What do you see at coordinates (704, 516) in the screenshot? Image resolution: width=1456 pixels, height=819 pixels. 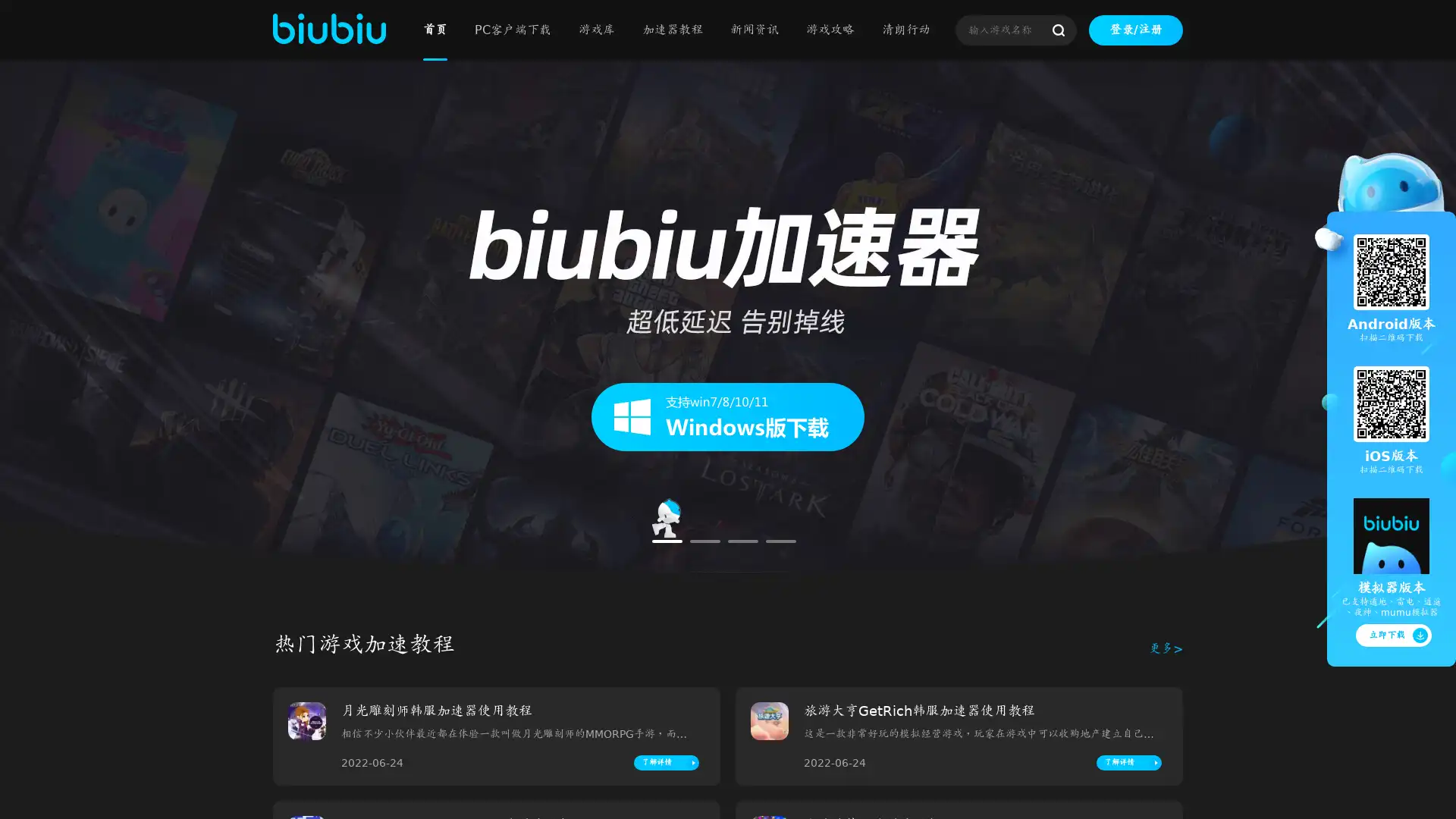 I see `Go to slide 2` at bounding box center [704, 516].